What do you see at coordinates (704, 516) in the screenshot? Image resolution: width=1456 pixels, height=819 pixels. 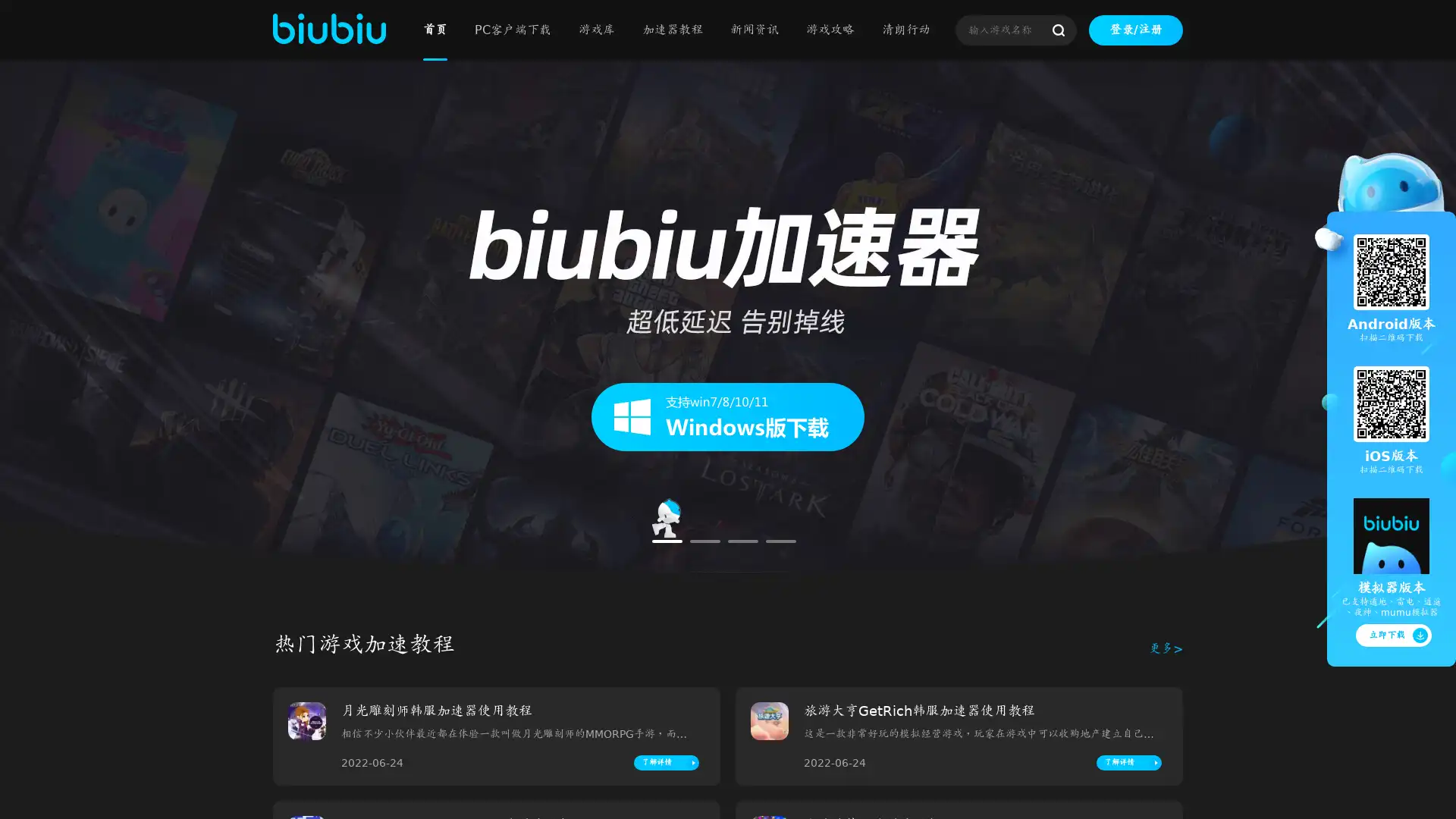 I see `Go to slide 2` at bounding box center [704, 516].